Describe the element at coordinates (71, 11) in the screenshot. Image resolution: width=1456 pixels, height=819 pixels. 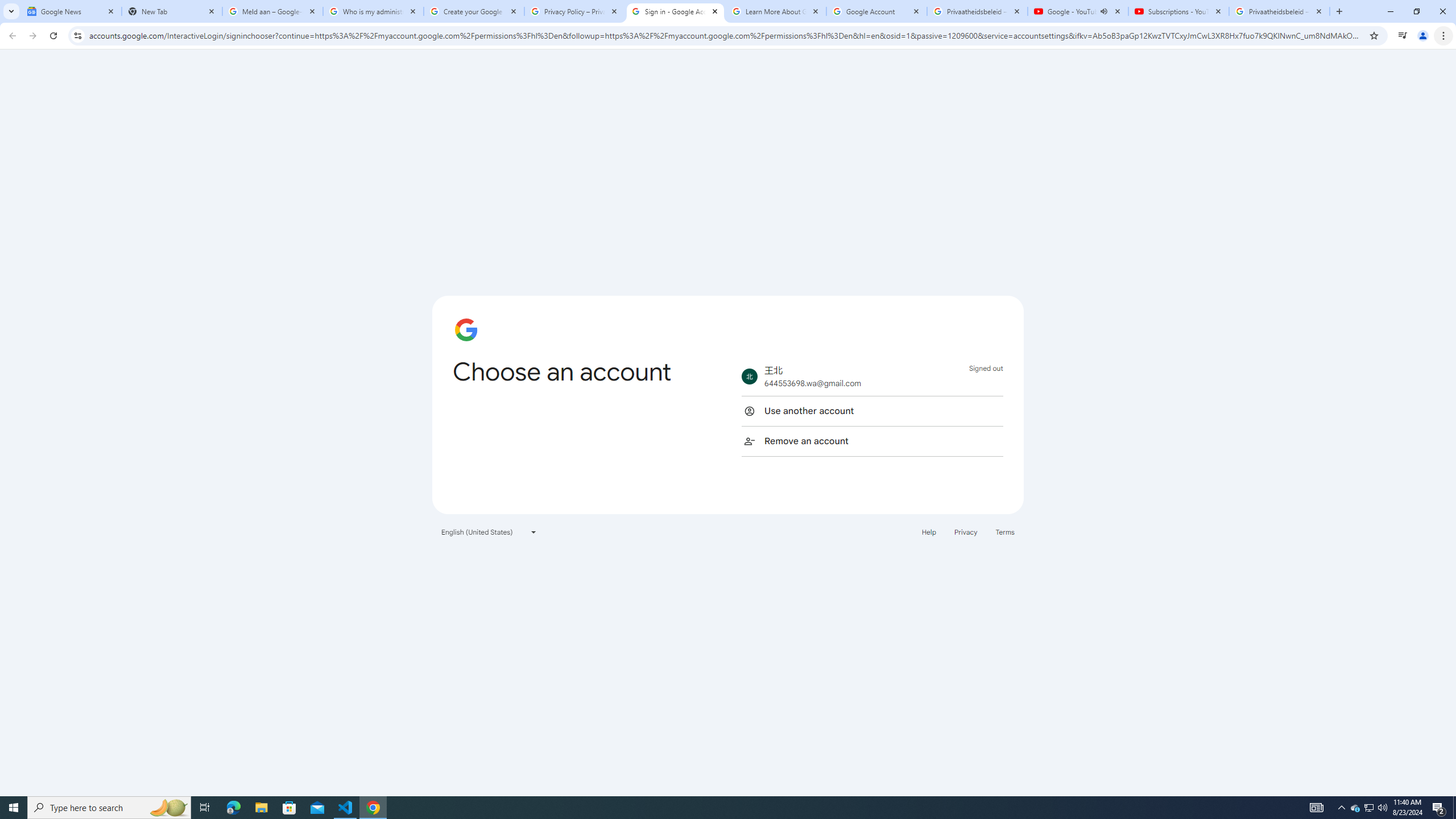
I see `'Google News'` at that location.